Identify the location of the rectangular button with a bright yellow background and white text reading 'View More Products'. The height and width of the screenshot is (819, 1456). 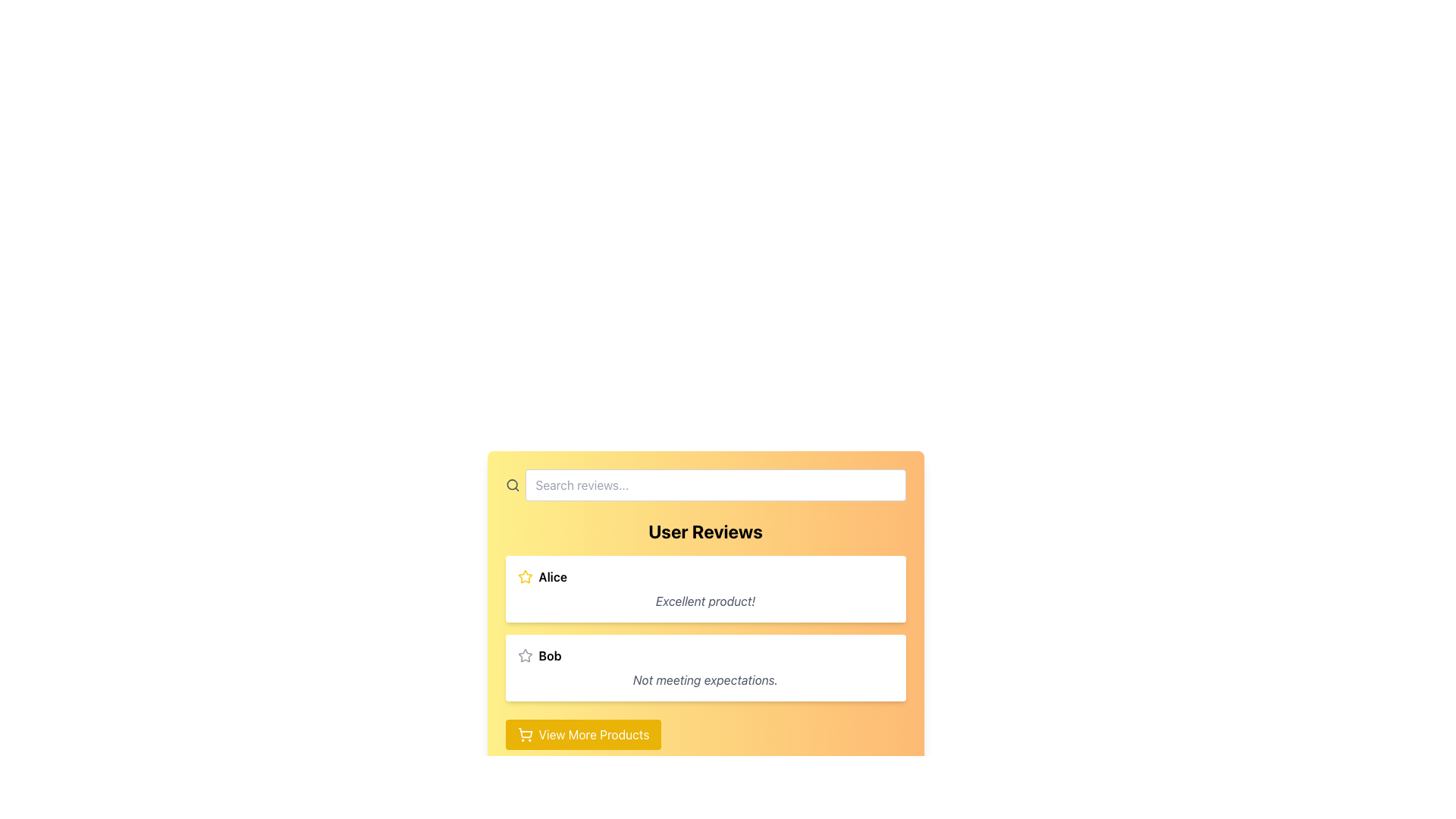
(582, 733).